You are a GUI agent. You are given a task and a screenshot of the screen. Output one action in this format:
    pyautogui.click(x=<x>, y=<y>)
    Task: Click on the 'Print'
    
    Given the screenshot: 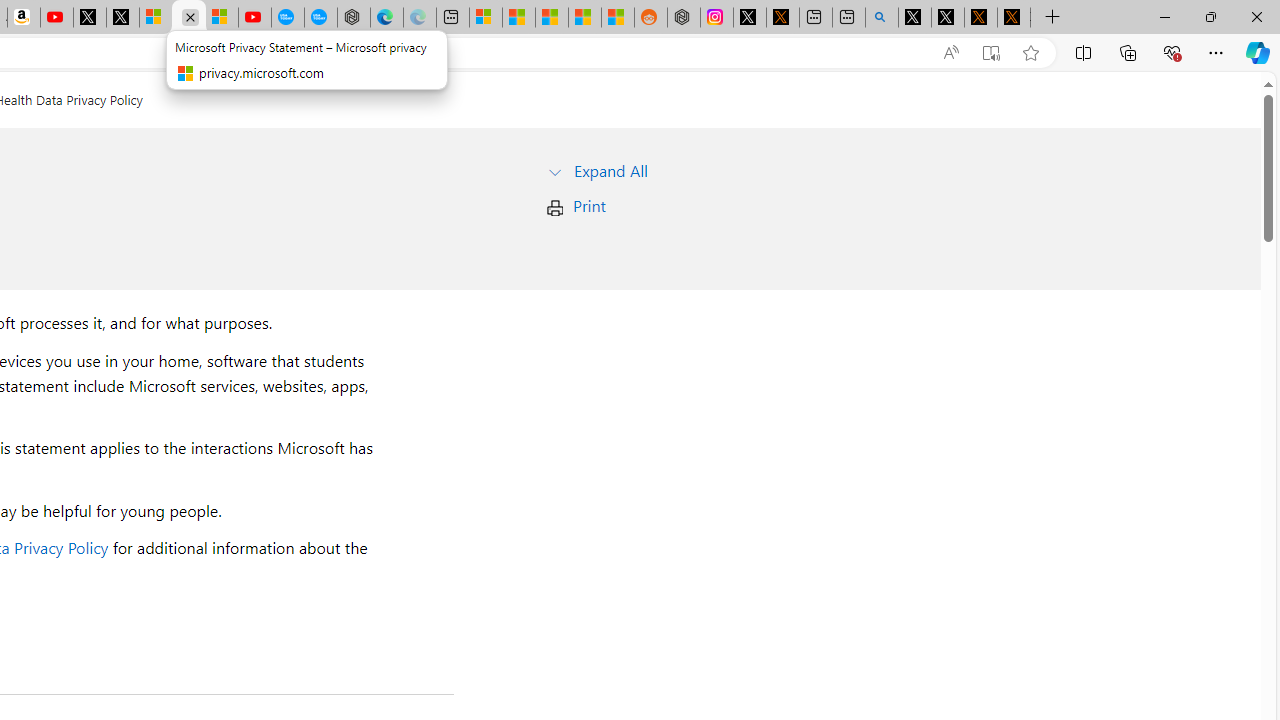 What is the action you would take?
    pyautogui.click(x=588, y=205)
    